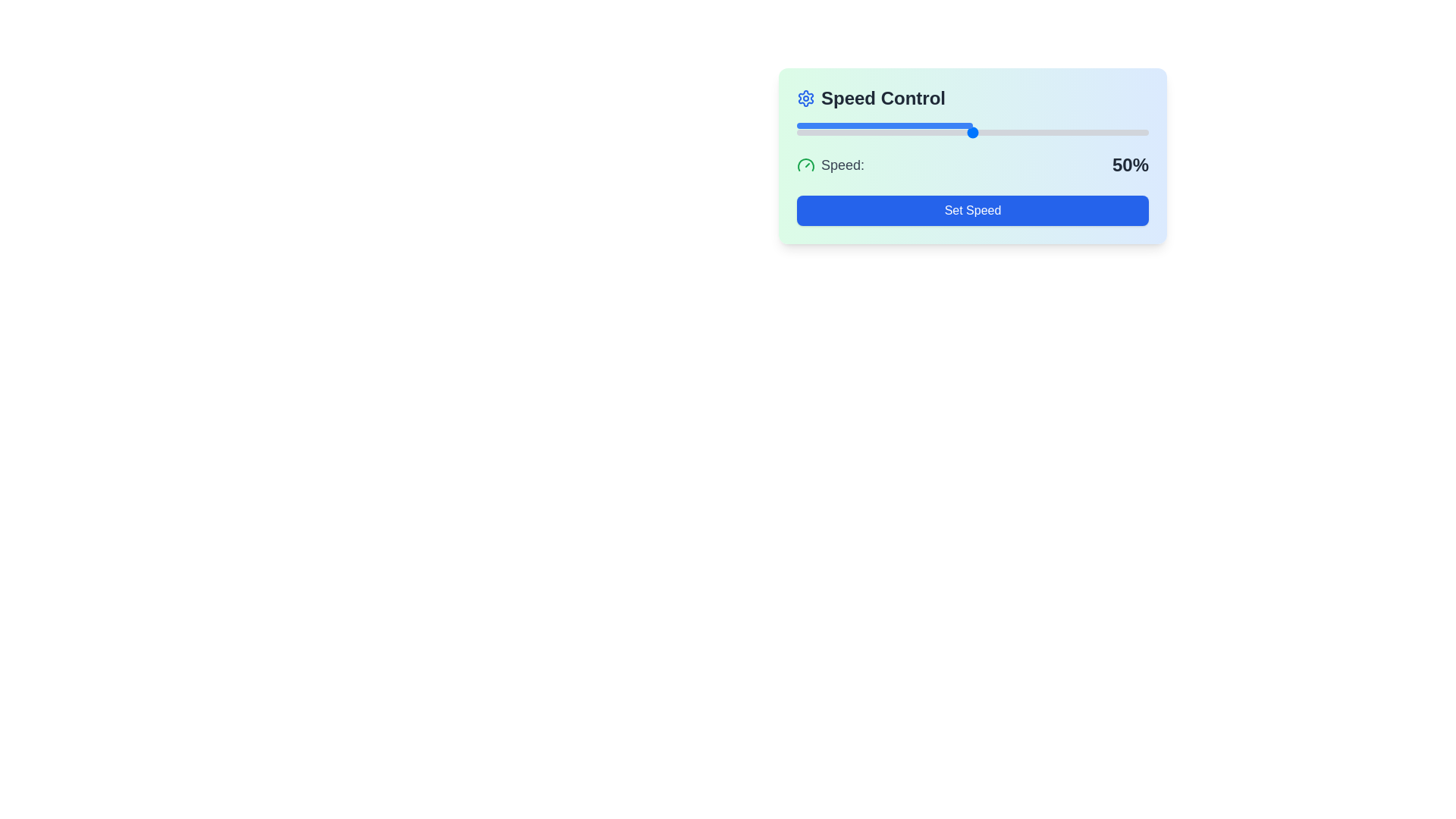  I want to click on the gear icon located to the immediate left of the 'Speed Control' title text, so click(805, 99).